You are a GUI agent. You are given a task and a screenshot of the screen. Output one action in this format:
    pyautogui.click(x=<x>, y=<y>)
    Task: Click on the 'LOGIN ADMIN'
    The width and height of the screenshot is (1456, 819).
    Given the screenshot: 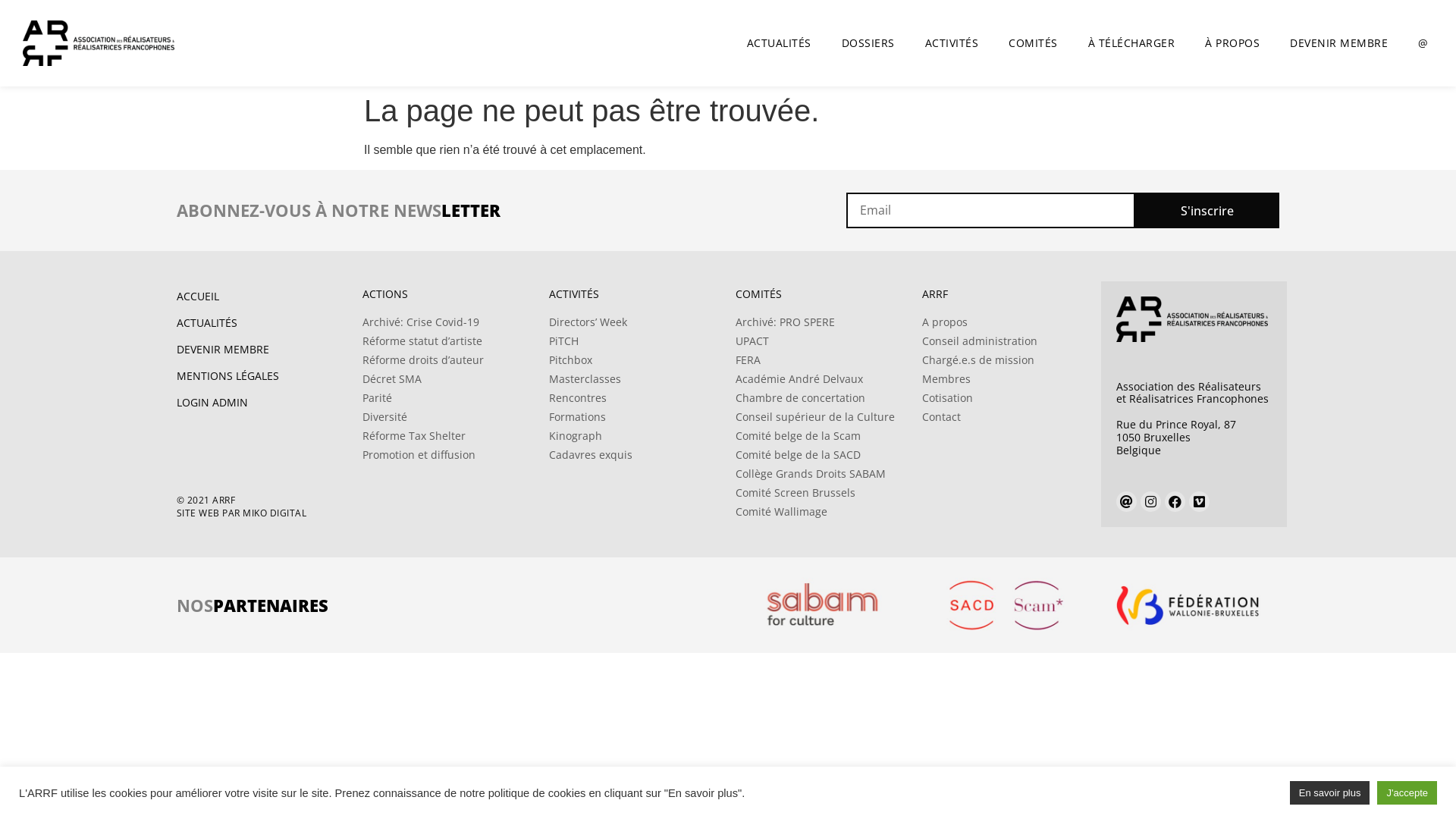 What is the action you would take?
    pyautogui.click(x=262, y=402)
    